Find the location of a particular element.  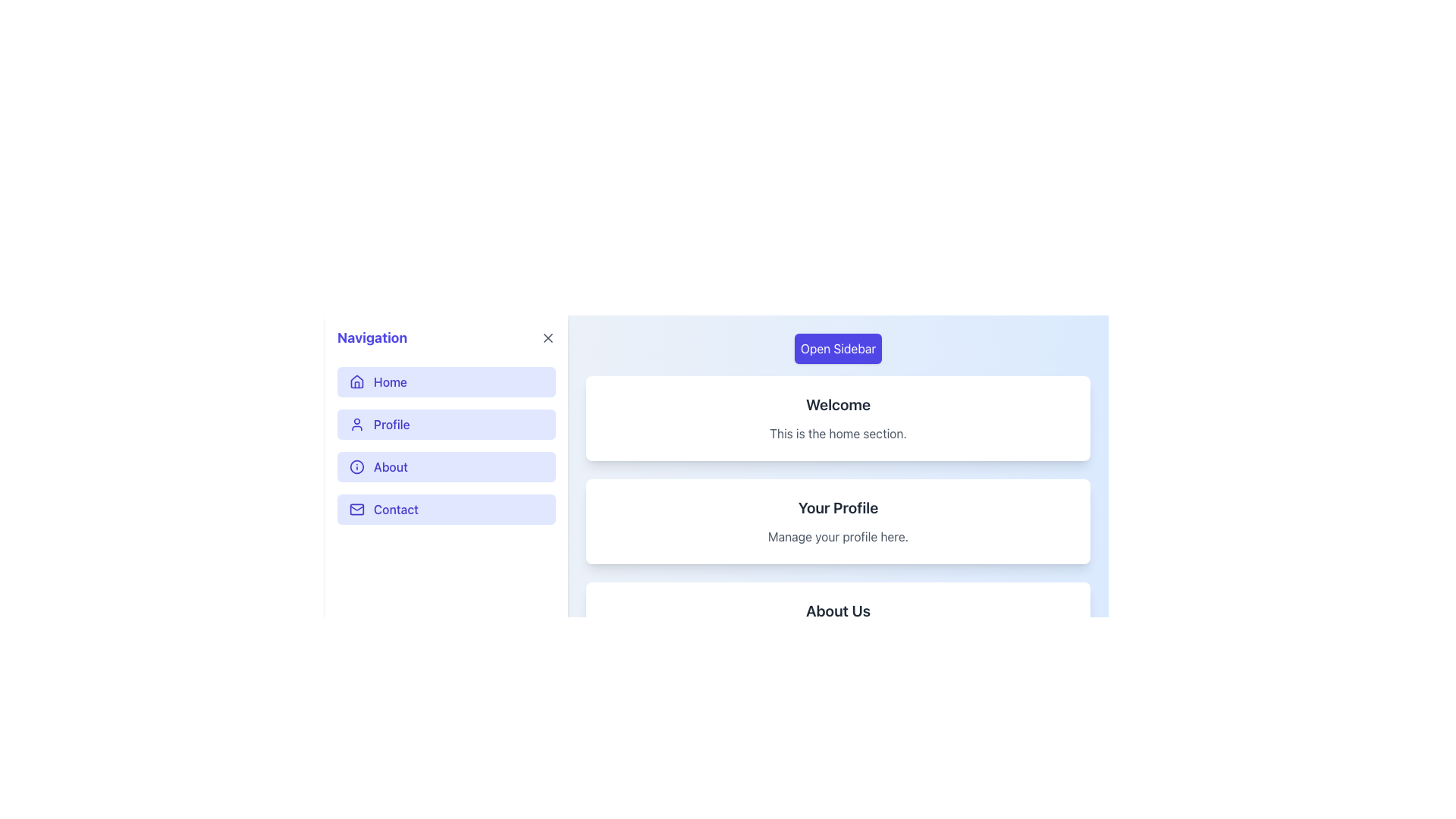

the fourth navigational button in the vertical menu that navigates to the contact section is located at coordinates (446, 509).